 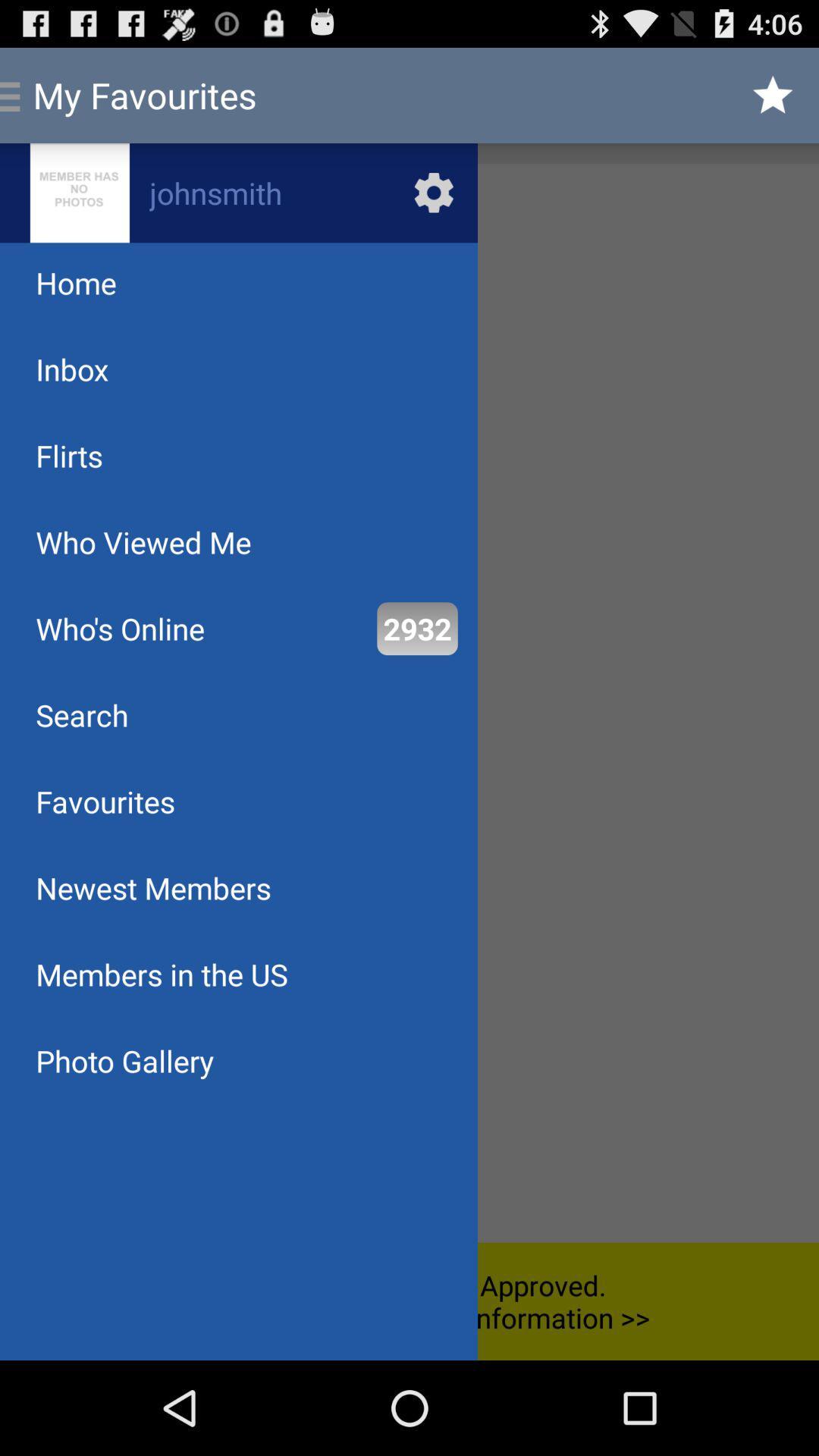 I want to click on the icon above photo gallery item, so click(x=162, y=974).